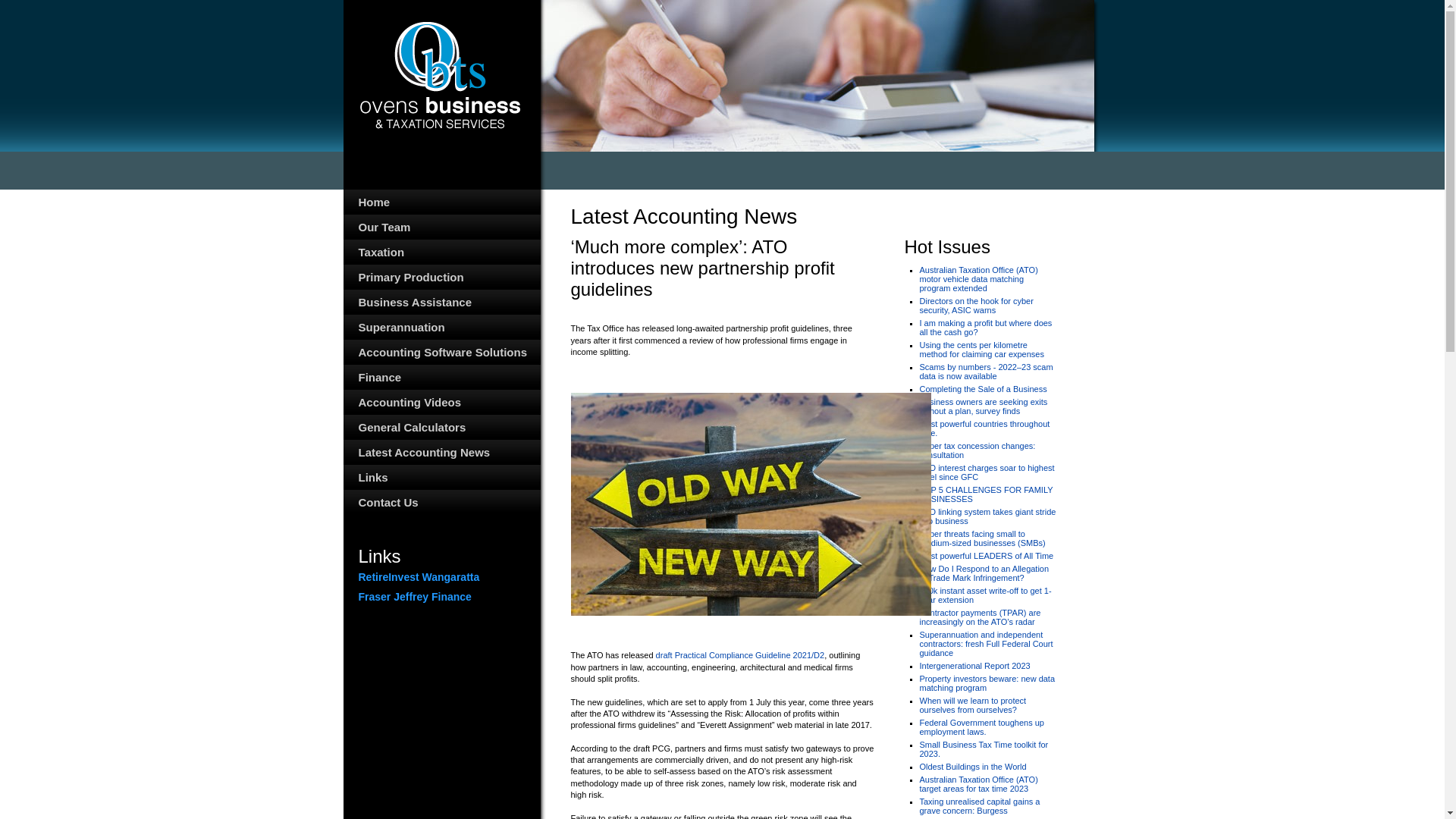  I want to click on 'ATO linking system takes giant stride into business', so click(987, 516).